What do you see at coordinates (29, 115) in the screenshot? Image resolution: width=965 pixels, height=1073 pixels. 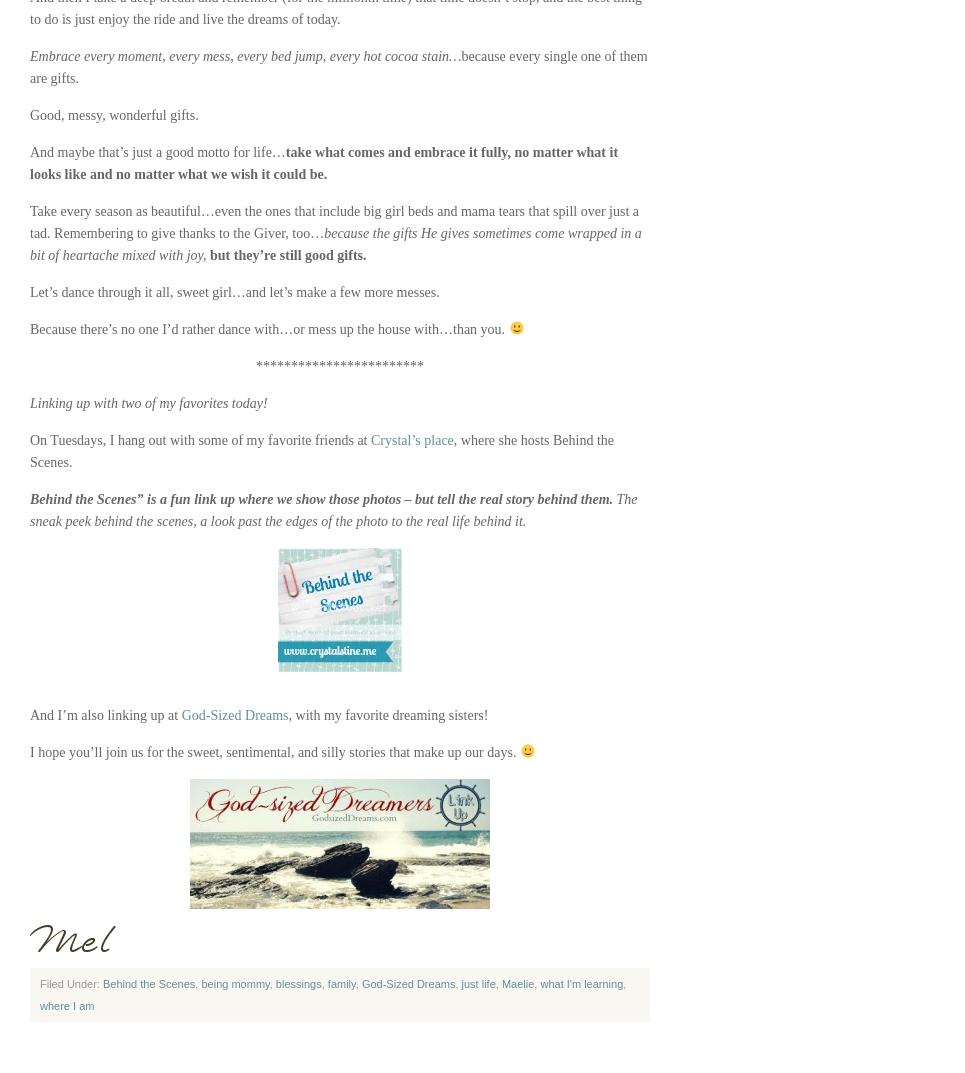 I see `'Good, messy, wonderful gifts.'` at bounding box center [29, 115].